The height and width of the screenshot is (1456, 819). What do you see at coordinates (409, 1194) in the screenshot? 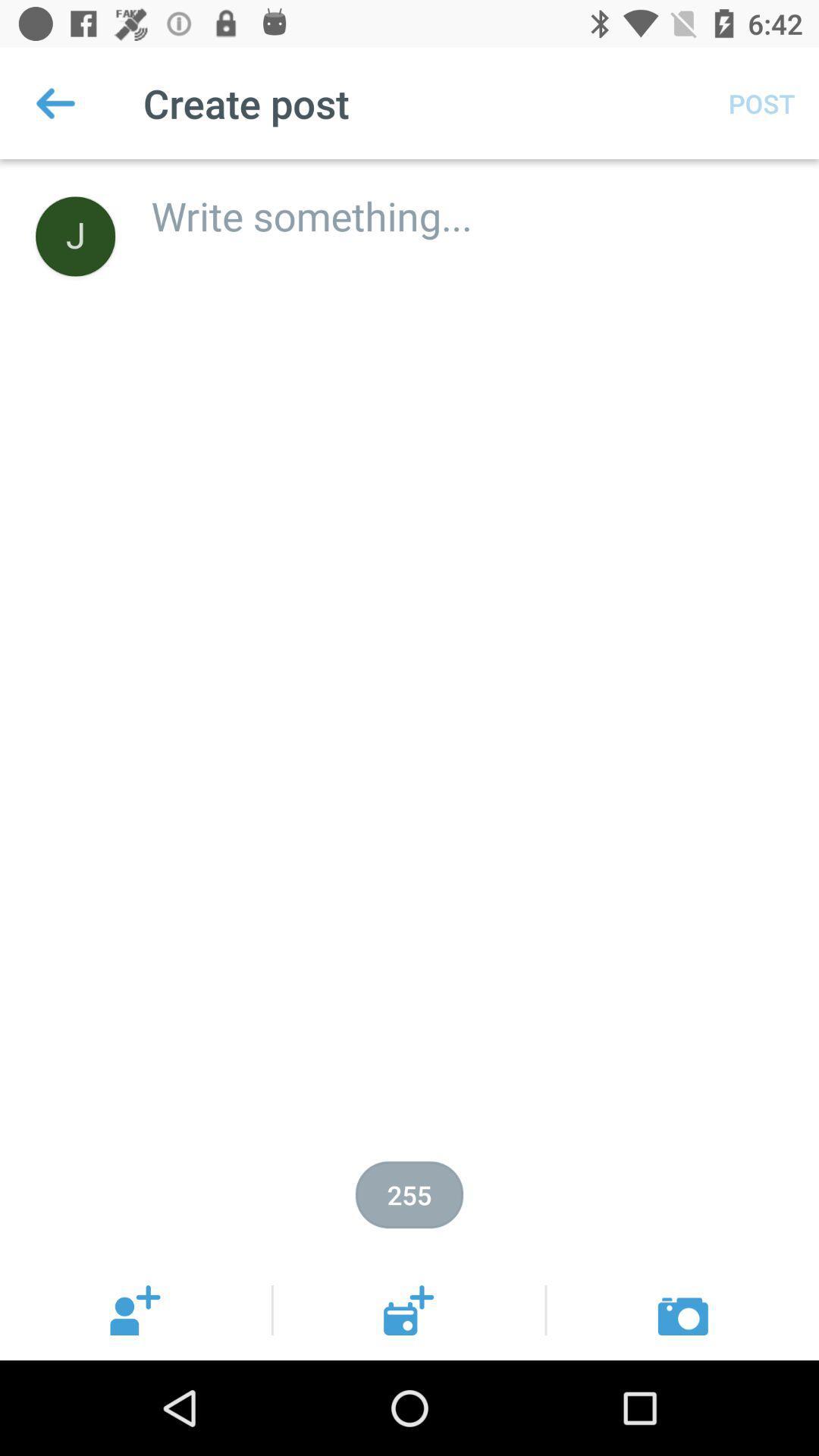
I see `255 item` at bounding box center [409, 1194].